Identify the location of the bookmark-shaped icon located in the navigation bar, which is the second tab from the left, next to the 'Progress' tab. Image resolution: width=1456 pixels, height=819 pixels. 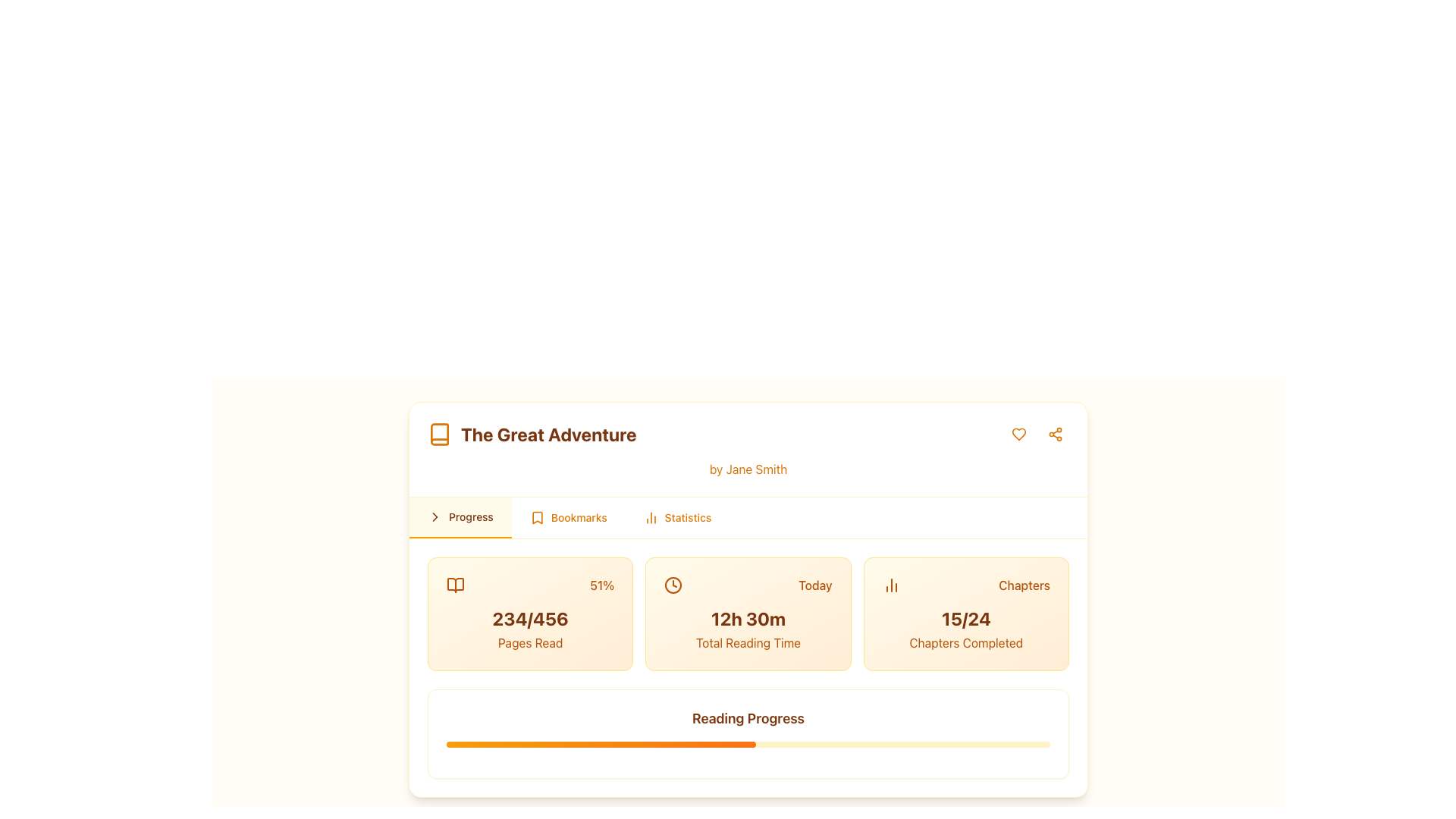
(537, 516).